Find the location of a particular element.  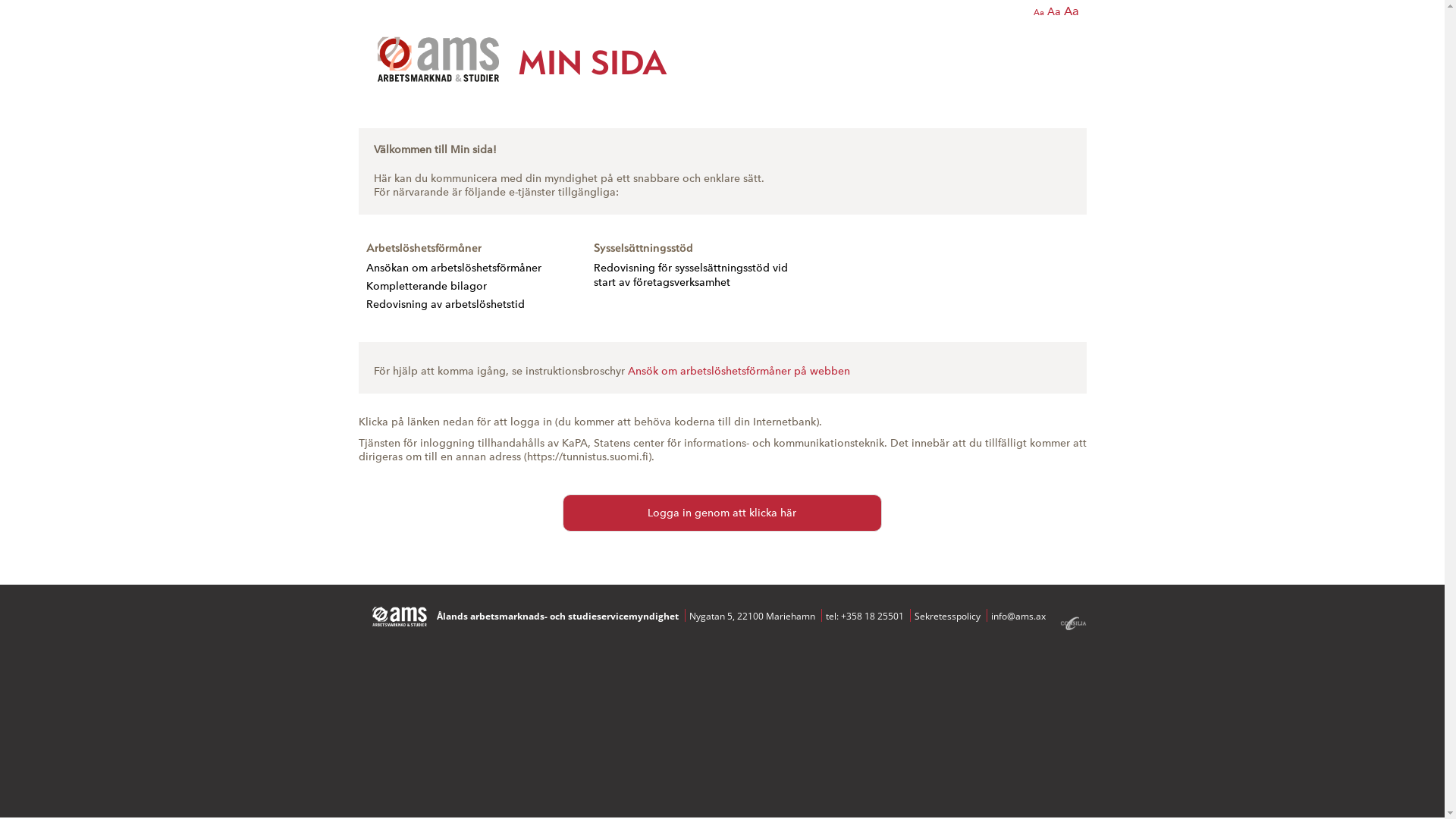

'Aa' is located at coordinates (1052, 11).